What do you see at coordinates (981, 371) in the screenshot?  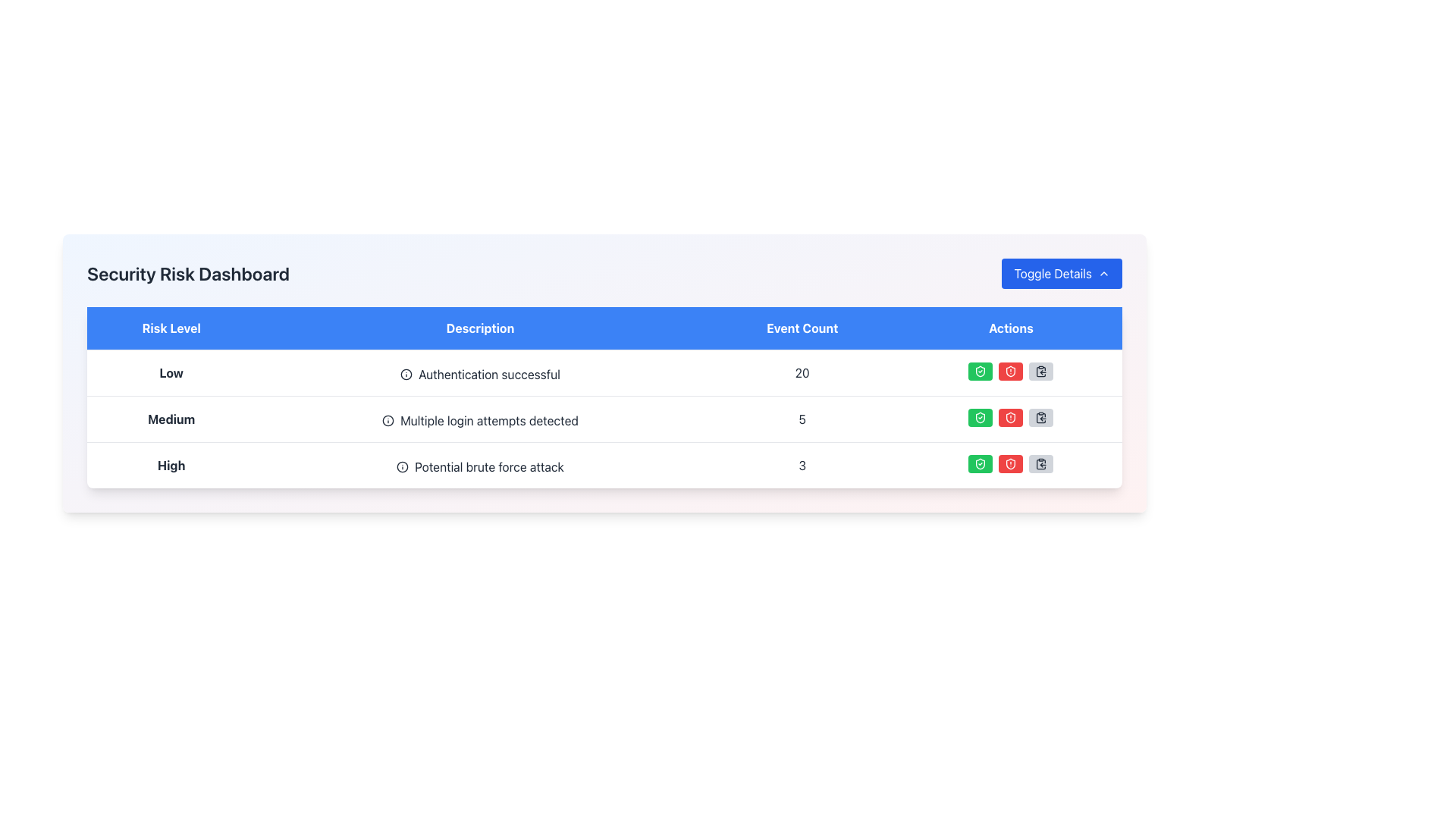 I see `the shield-shaped icon with a checkmark inside the green button under the 'Actions' column for 'Low Risk Level.'` at bounding box center [981, 371].